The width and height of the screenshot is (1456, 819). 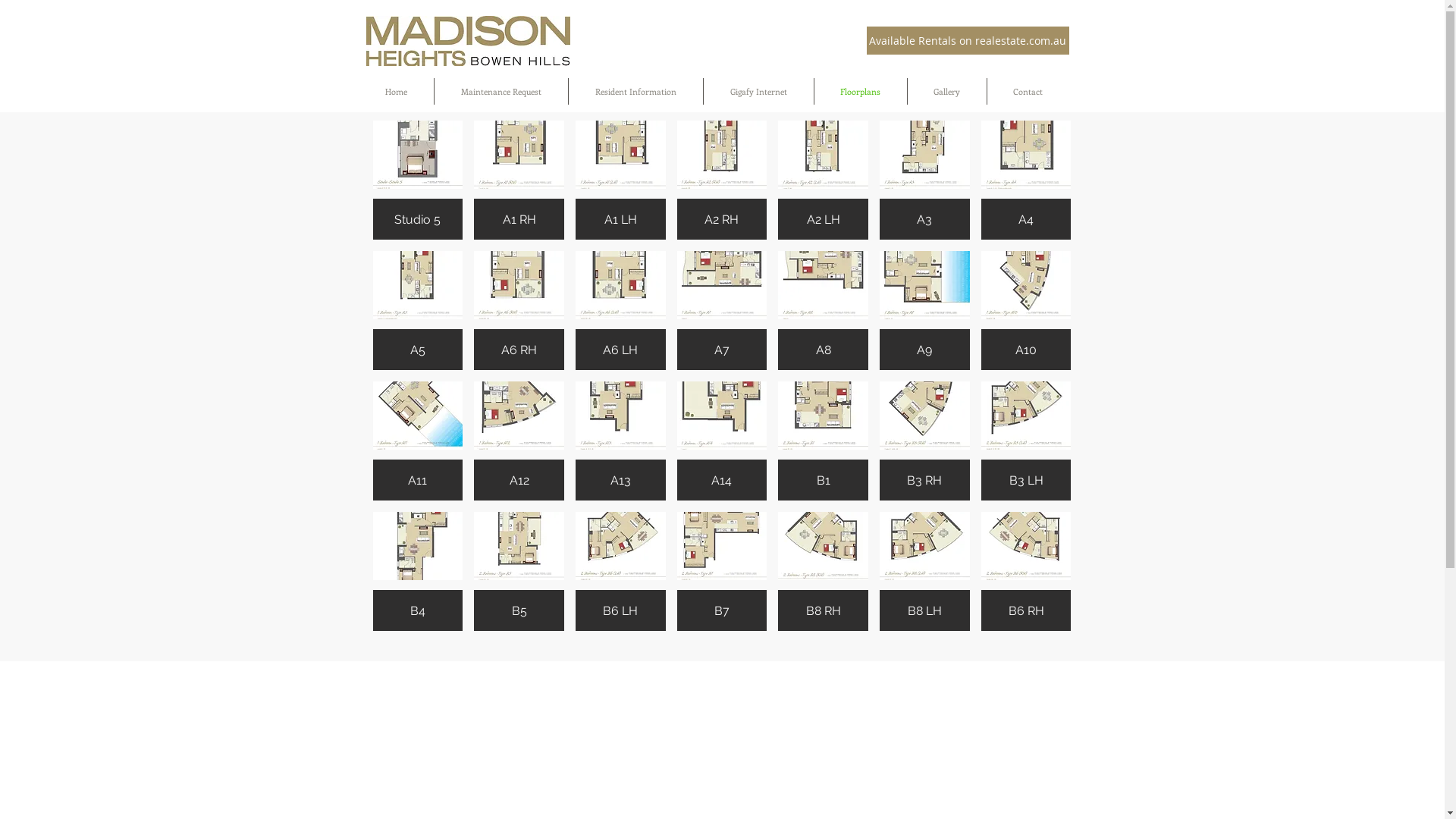 I want to click on 'Available Rentals on realestate.com.au', so click(x=966, y=39).